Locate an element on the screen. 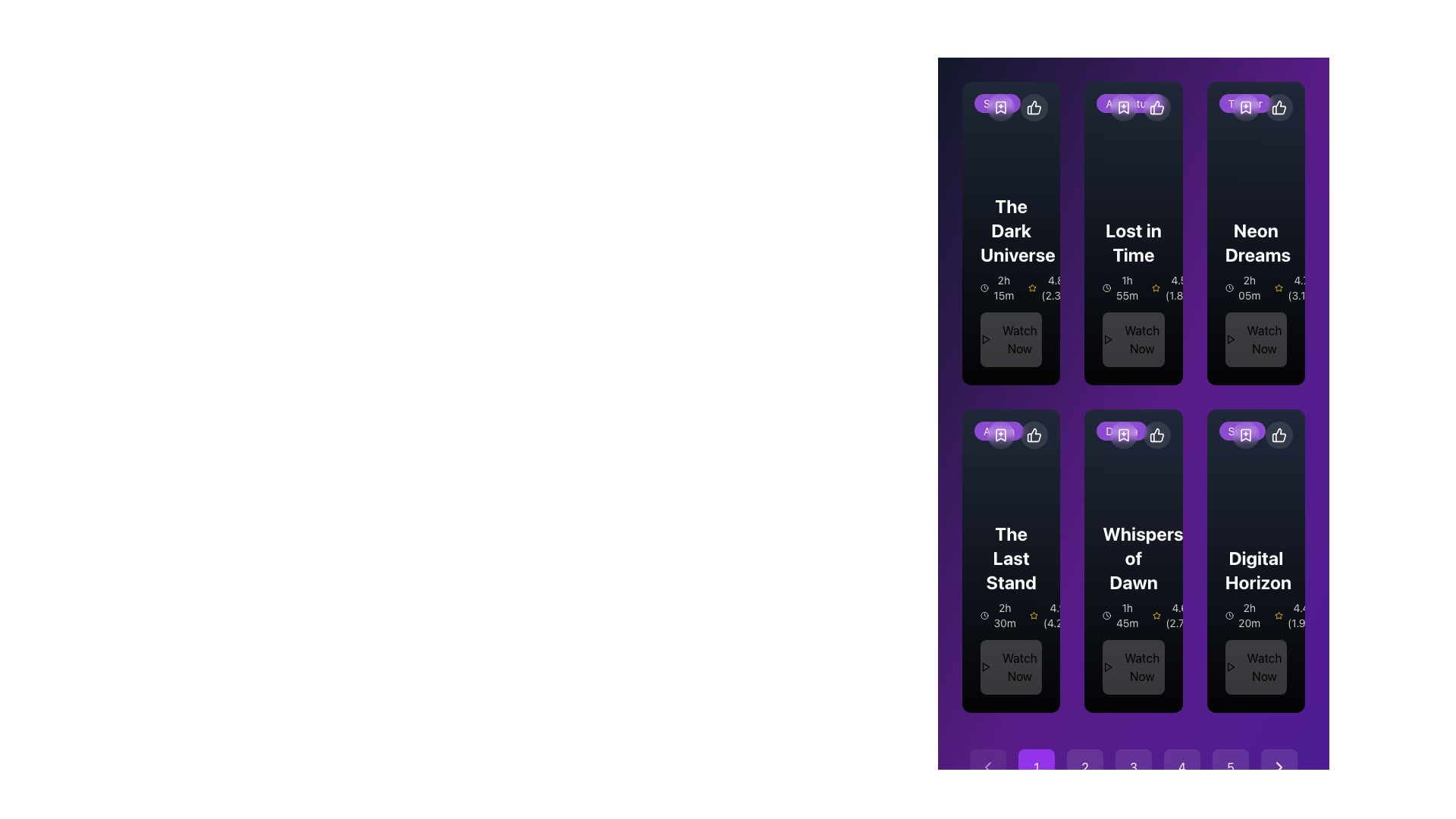  the time duration indicator icon located inside the 'Digital Horizon' panel, beneath the title and aligned to the left of '2h 20m' is located at coordinates (1229, 616).